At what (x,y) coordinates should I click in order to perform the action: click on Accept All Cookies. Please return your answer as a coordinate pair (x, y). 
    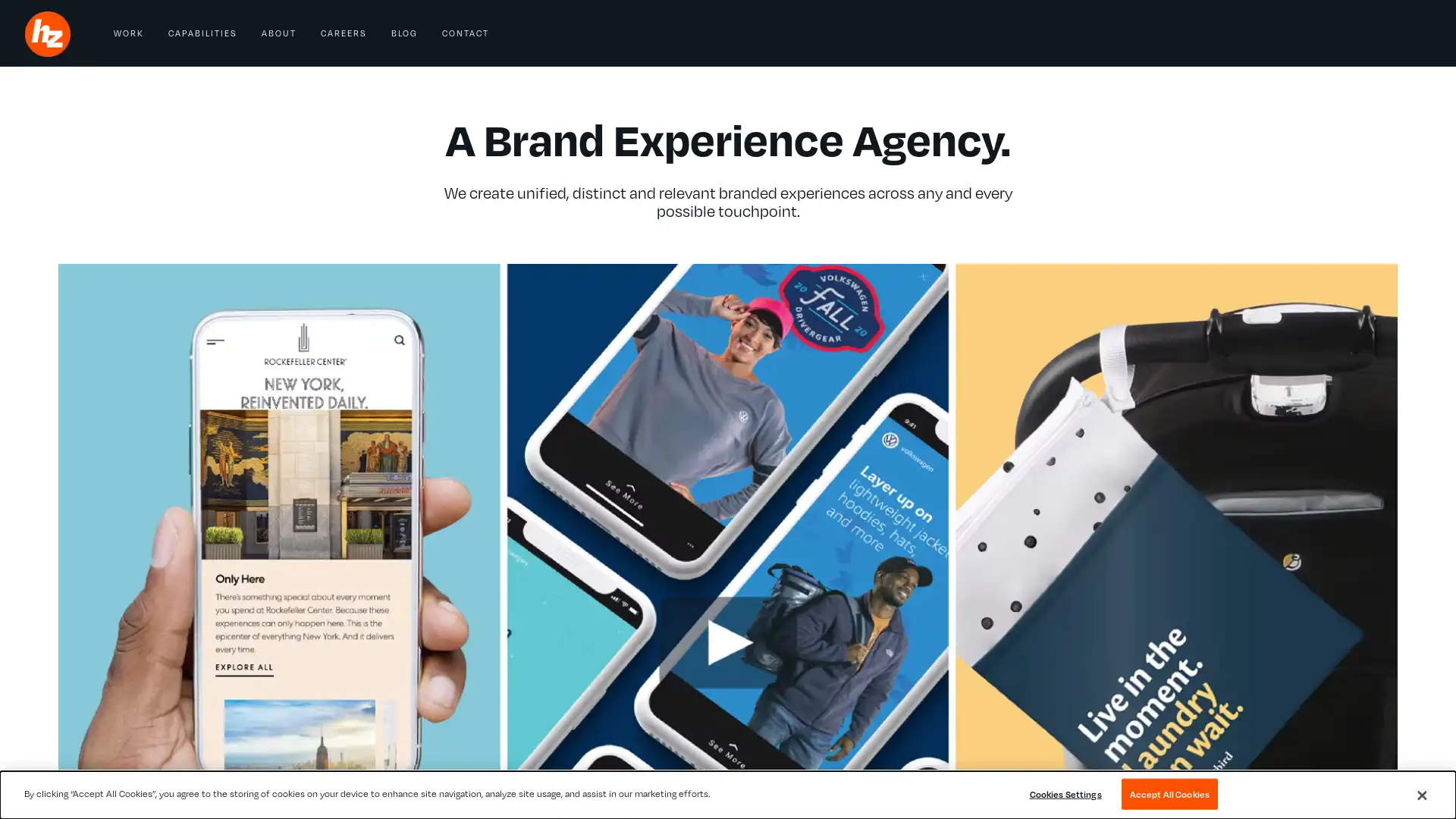
    Looking at the image, I should click on (1168, 792).